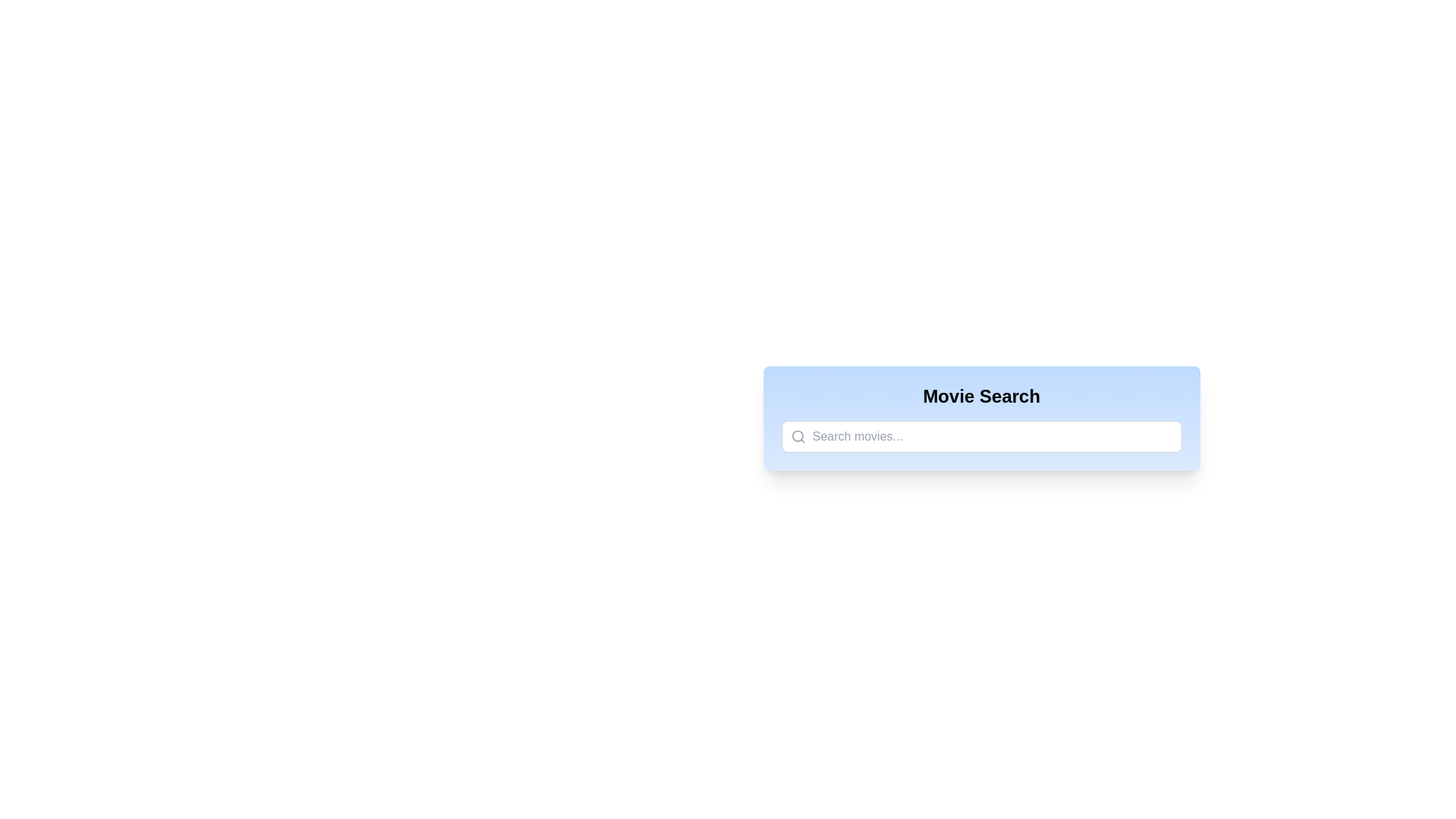  I want to click on the Text label that serves as a title or header for the enclosing interface module, which is positioned above a search bar and to the left of graphical icons, so click(981, 396).